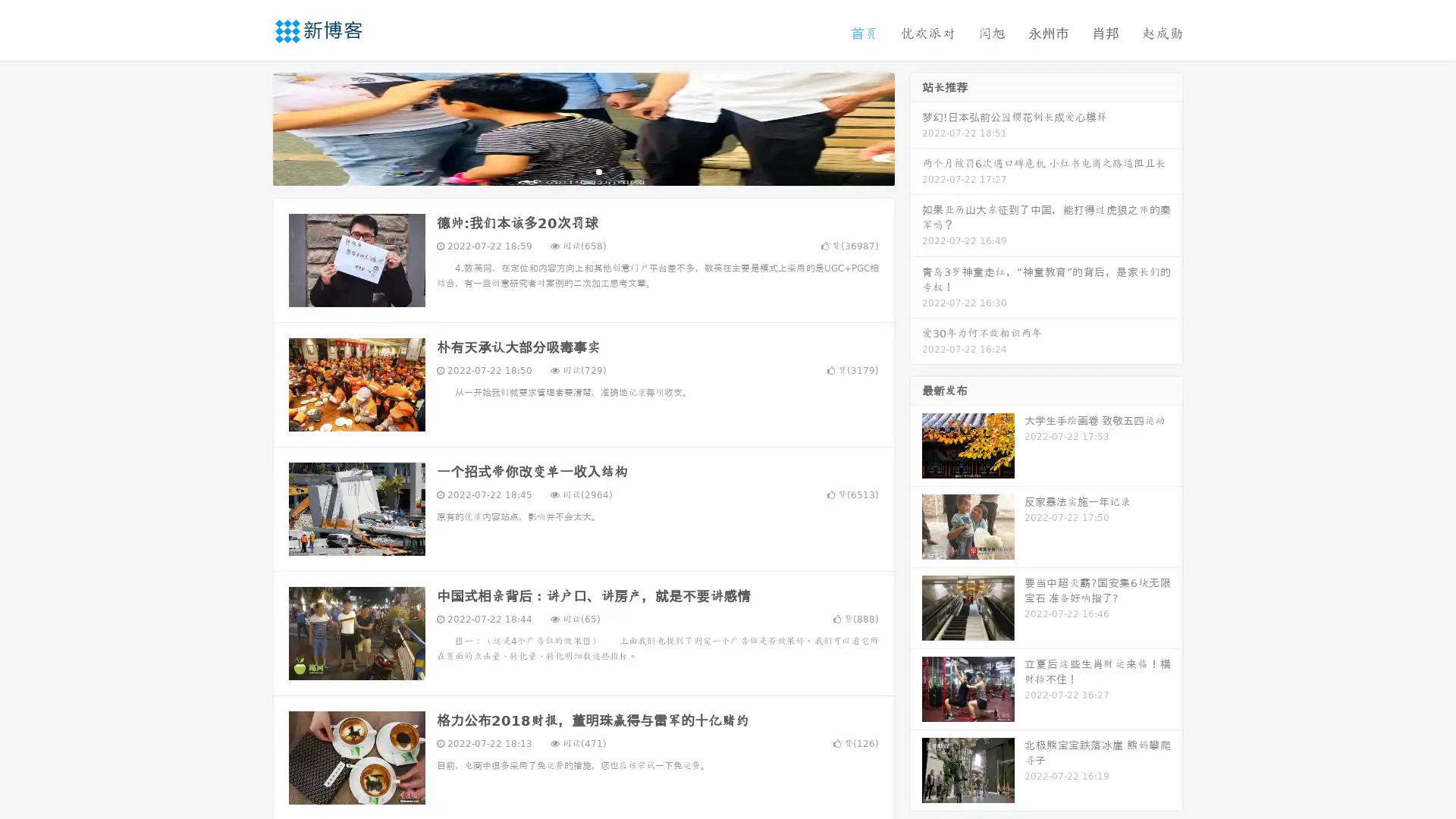 The height and width of the screenshot is (819, 1456). Describe the element at coordinates (916, 127) in the screenshot. I see `Next slide` at that location.